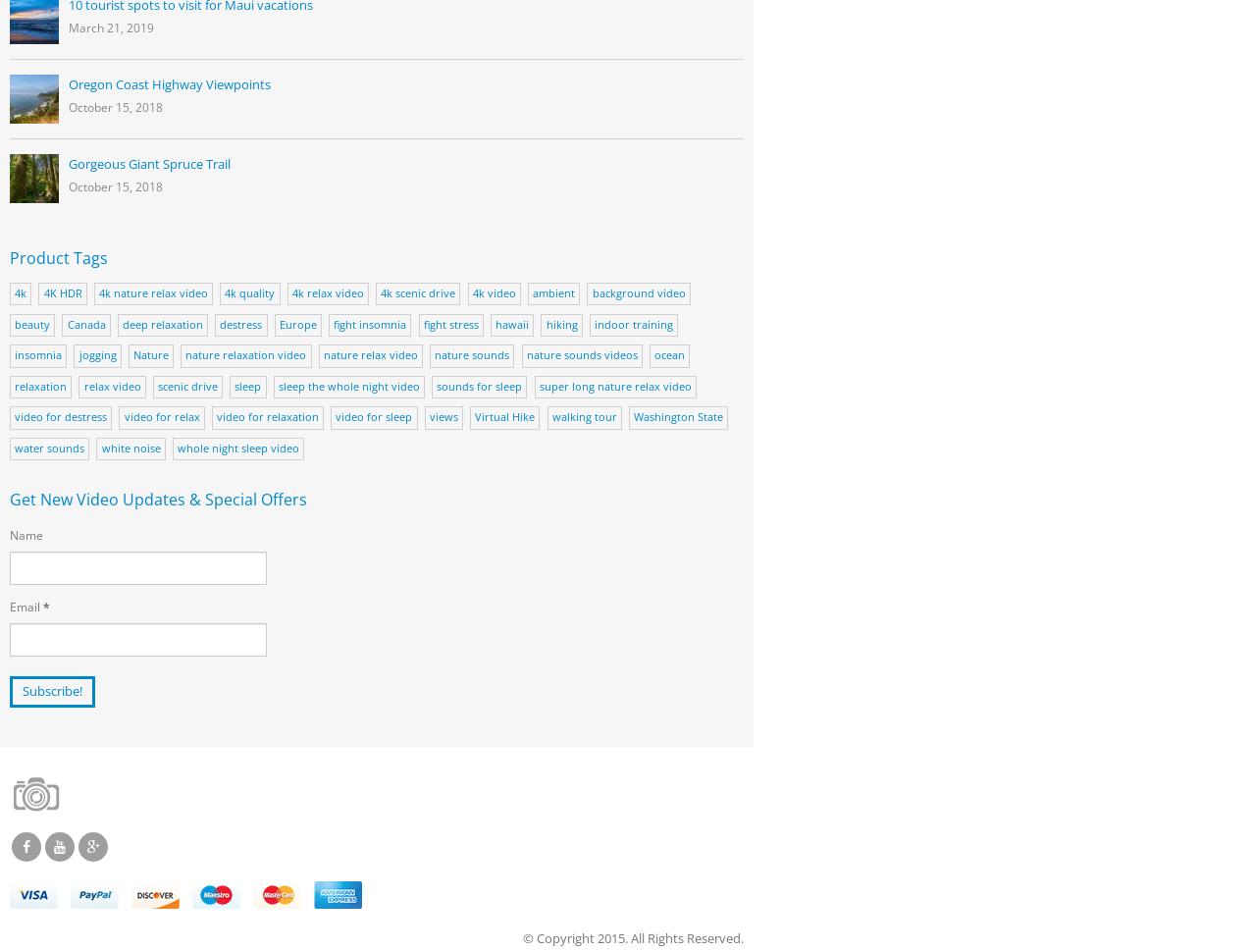 The image size is (1252, 952). What do you see at coordinates (40, 385) in the screenshot?
I see `'relaxation'` at bounding box center [40, 385].